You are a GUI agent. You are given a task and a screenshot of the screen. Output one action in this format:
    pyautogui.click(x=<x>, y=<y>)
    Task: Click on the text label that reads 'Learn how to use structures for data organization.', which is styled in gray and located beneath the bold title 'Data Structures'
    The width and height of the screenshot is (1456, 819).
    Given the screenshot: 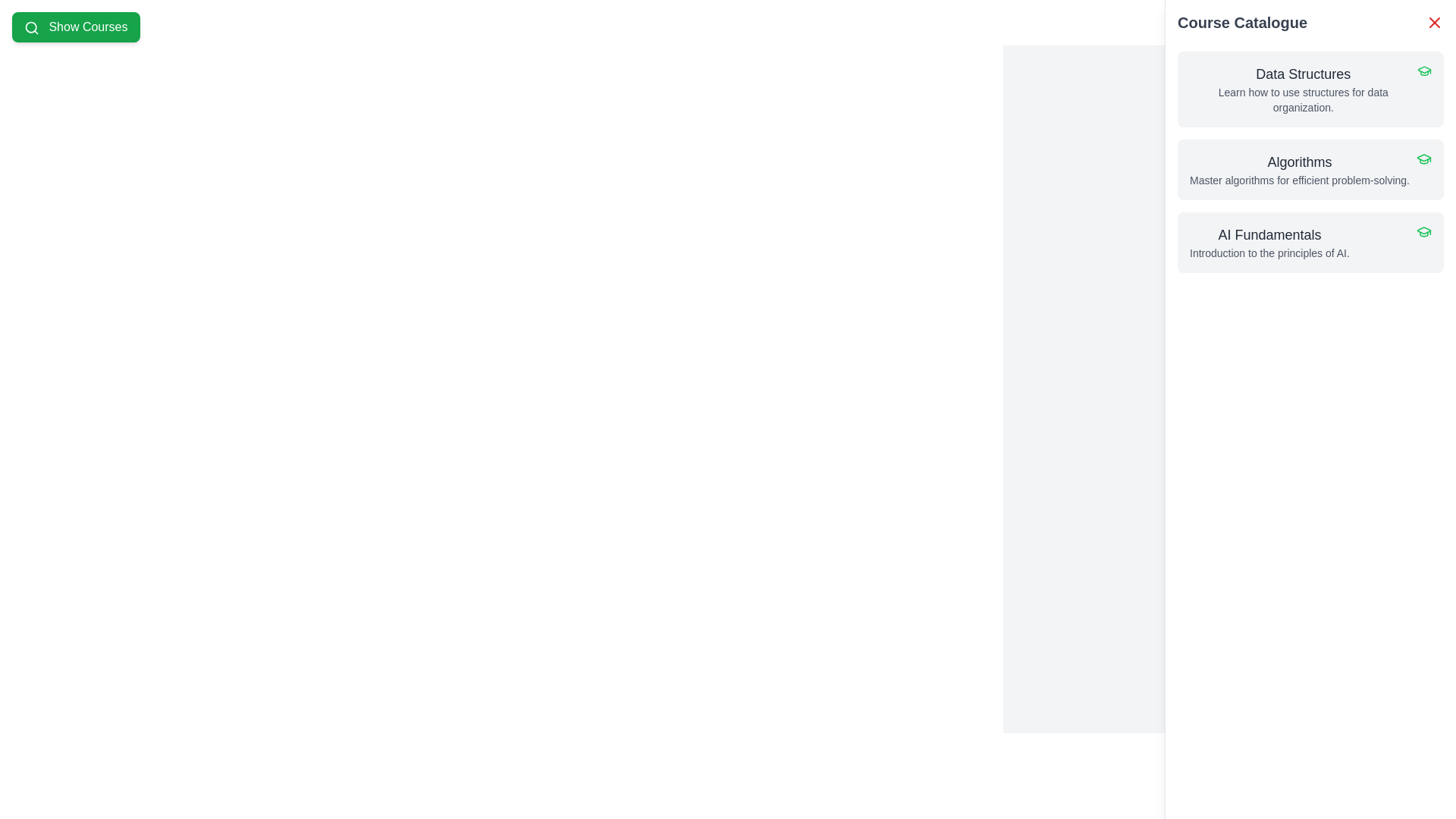 What is the action you would take?
    pyautogui.click(x=1302, y=99)
    